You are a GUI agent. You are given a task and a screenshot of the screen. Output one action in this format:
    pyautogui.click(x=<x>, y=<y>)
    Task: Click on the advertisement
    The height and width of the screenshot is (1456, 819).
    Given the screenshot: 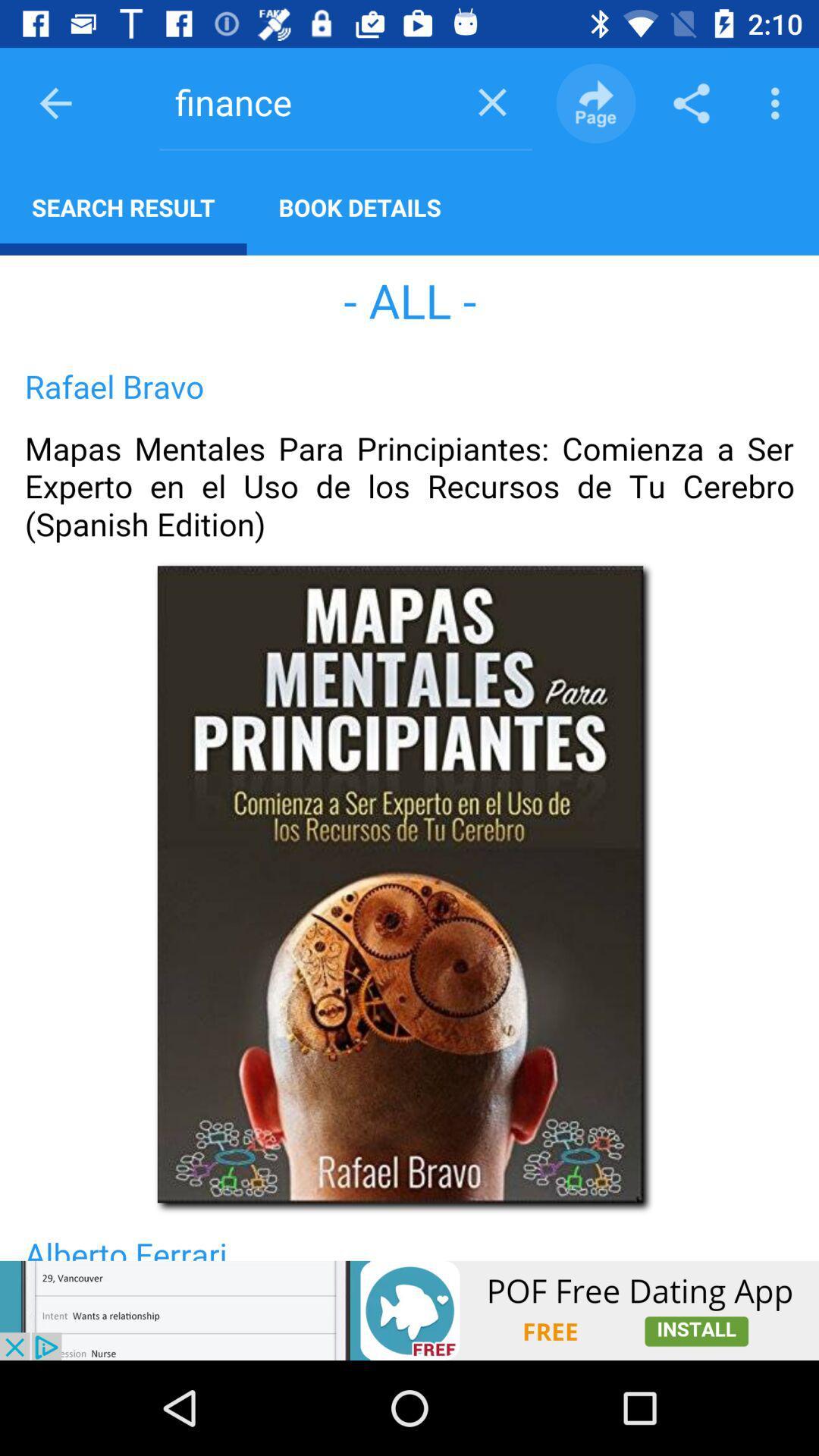 What is the action you would take?
    pyautogui.click(x=409, y=1310)
    